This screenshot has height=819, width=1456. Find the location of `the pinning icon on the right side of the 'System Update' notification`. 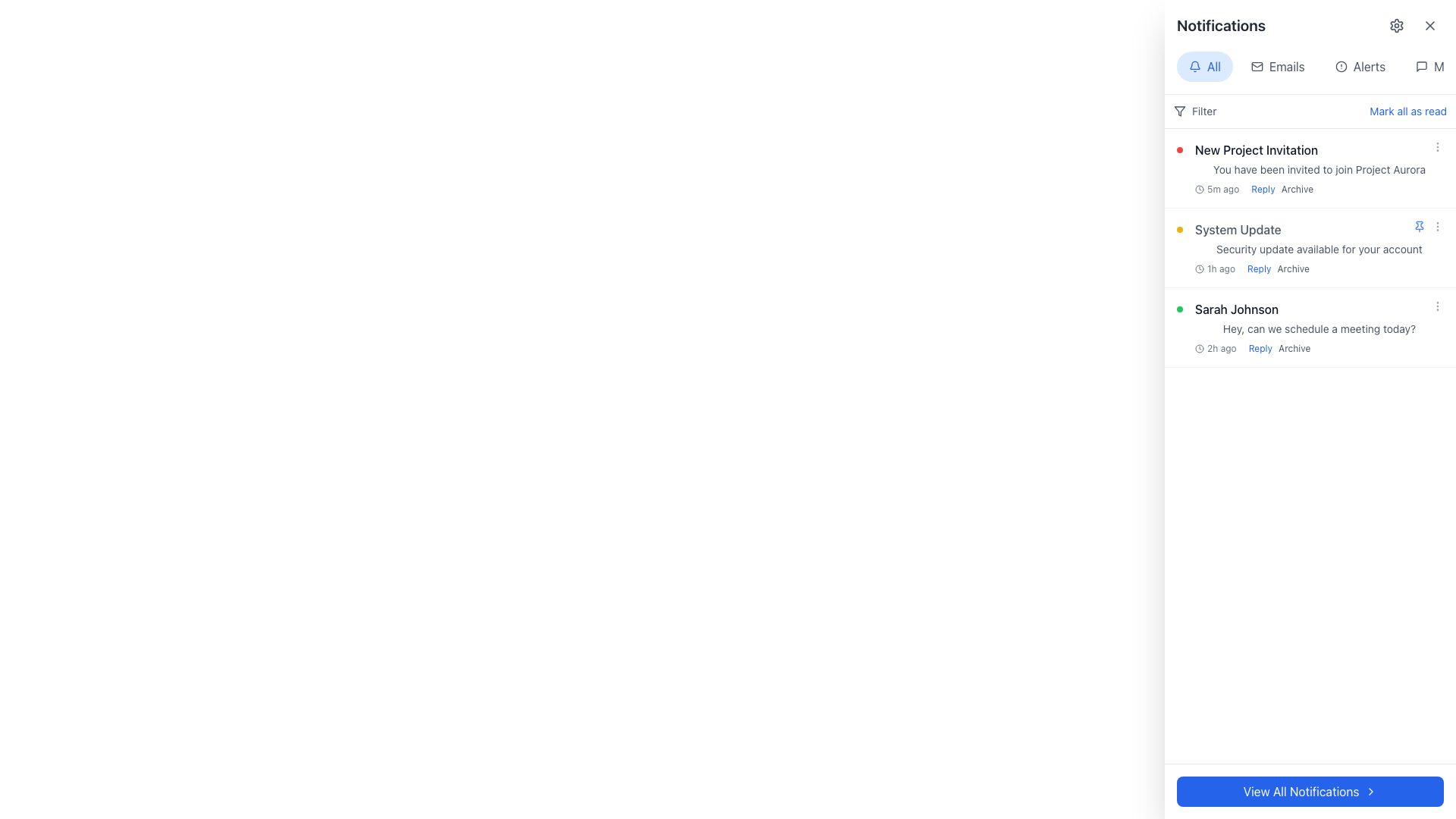

the pinning icon on the right side of the 'System Update' notification is located at coordinates (1419, 225).